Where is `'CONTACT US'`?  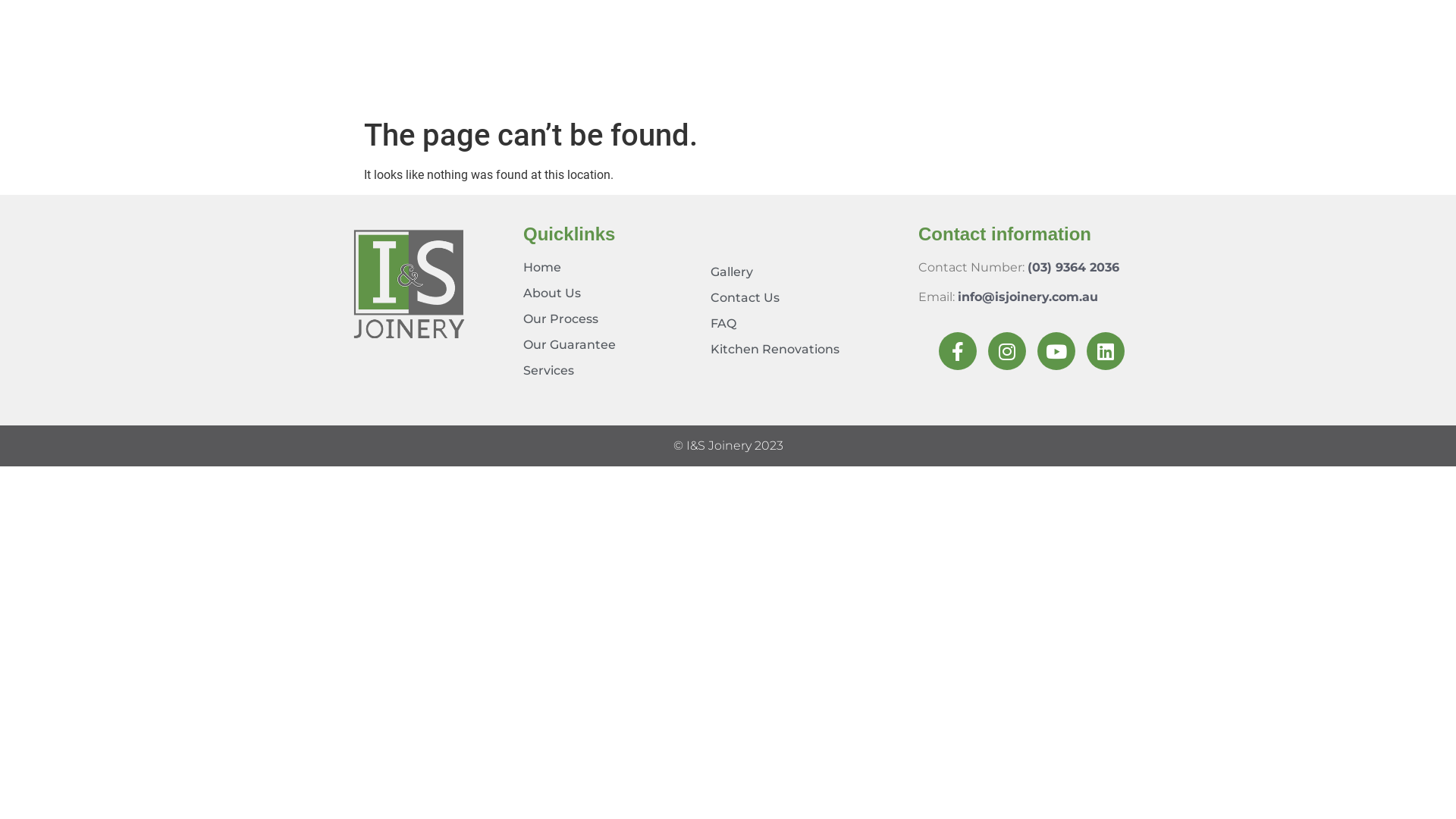
'CONTACT US' is located at coordinates (1157, 78).